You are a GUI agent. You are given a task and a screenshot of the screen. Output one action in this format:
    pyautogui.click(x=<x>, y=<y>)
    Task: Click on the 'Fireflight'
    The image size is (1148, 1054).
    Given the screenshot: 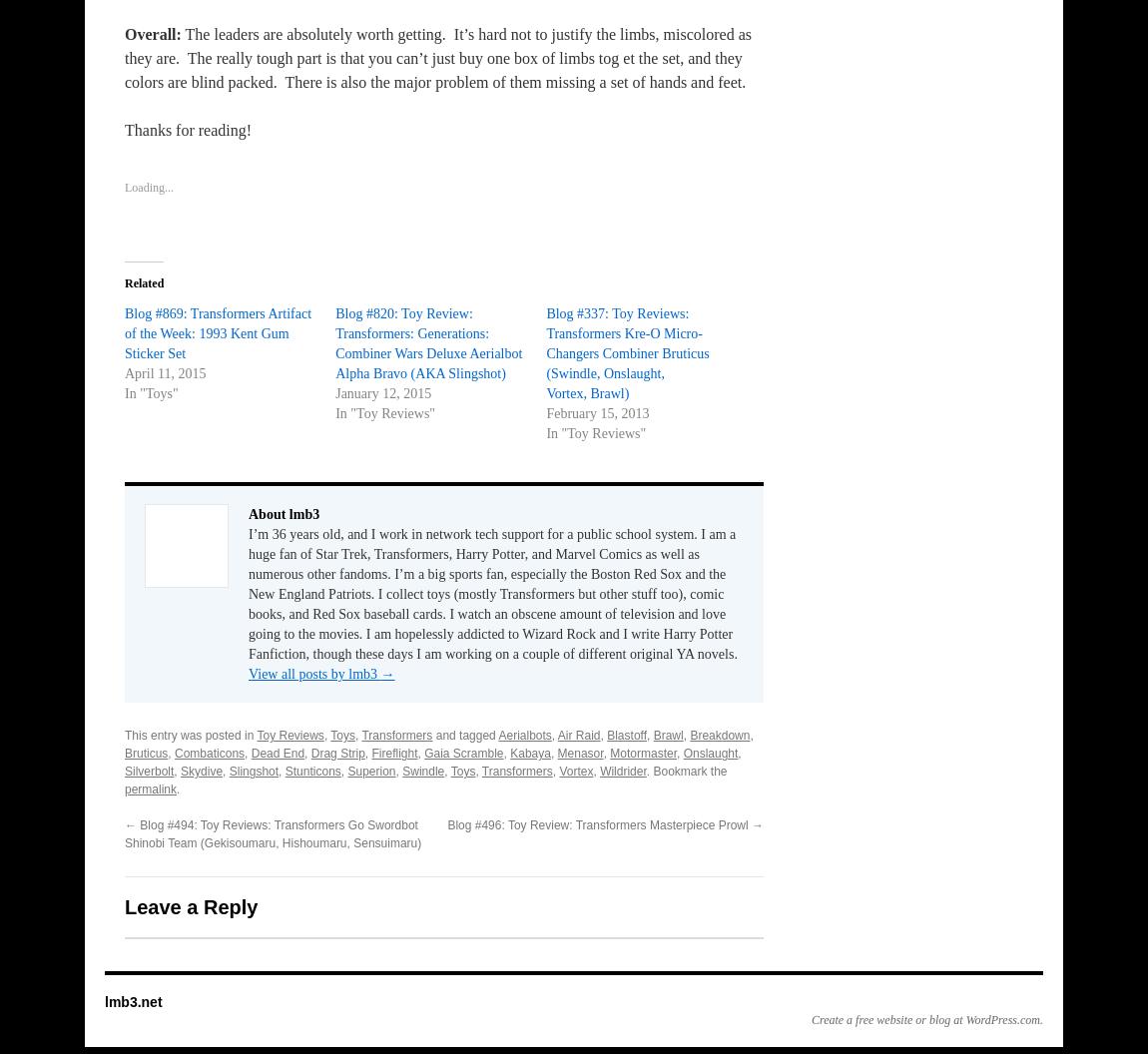 What is the action you would take?
    pyautogui.click(x=394, y=753)
    